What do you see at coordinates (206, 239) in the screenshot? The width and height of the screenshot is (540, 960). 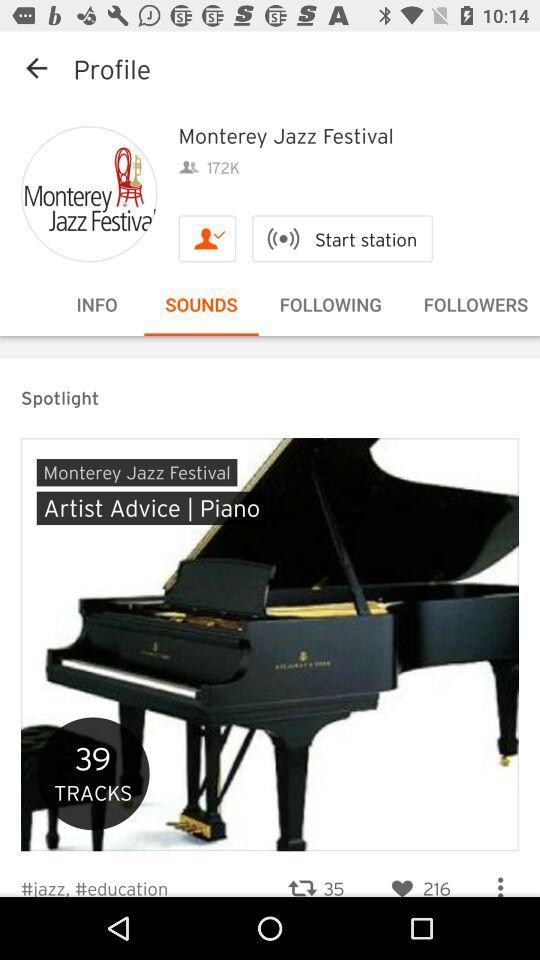 I see `the icon which is beside the start station` at bounding box center [206, 239].